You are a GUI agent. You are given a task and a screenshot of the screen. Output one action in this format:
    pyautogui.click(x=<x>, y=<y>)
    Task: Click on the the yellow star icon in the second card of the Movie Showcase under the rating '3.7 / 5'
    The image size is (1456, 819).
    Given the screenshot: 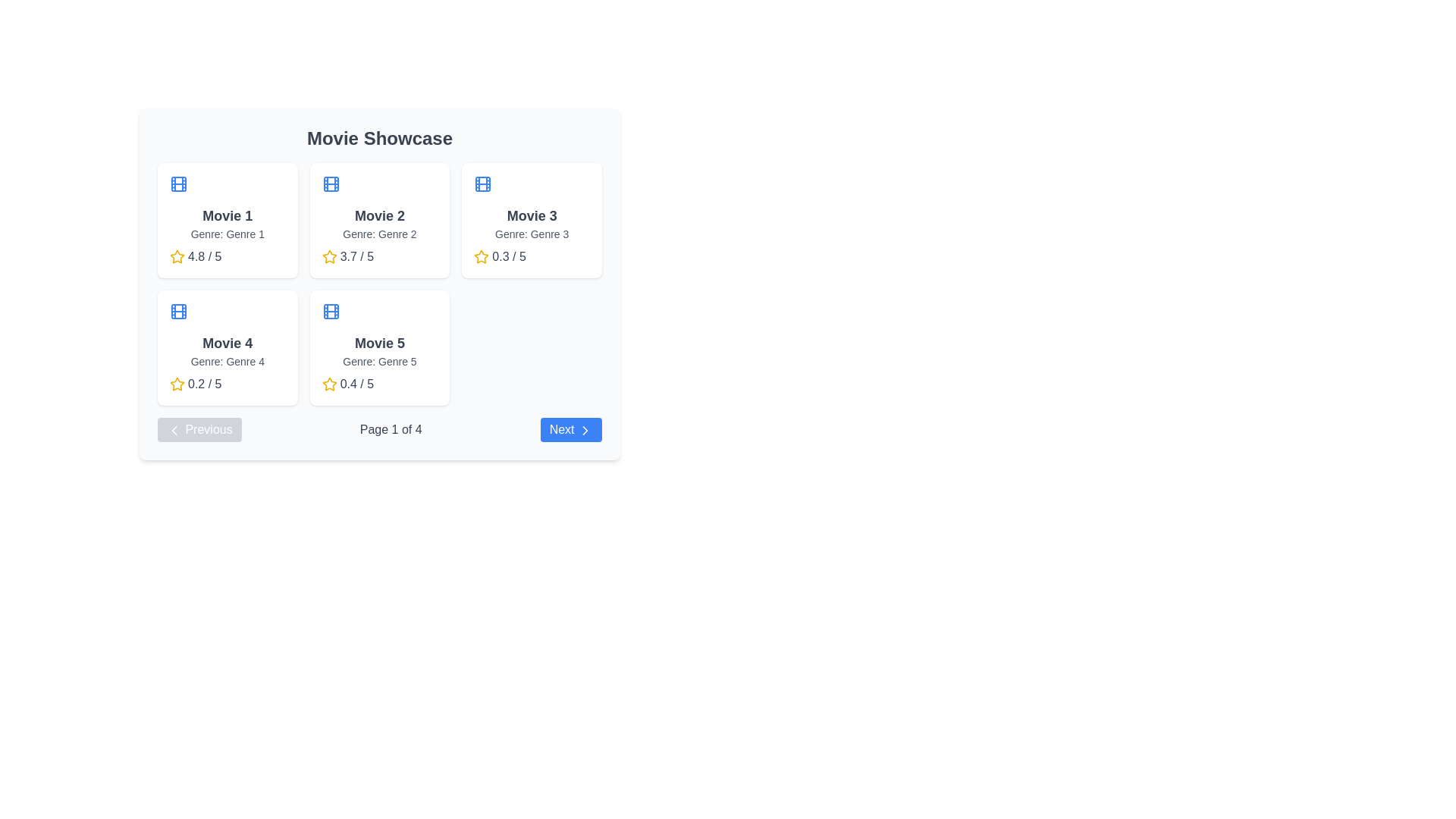 What is the action you would take?
    pyautogui.click(x=328, y=256)
    